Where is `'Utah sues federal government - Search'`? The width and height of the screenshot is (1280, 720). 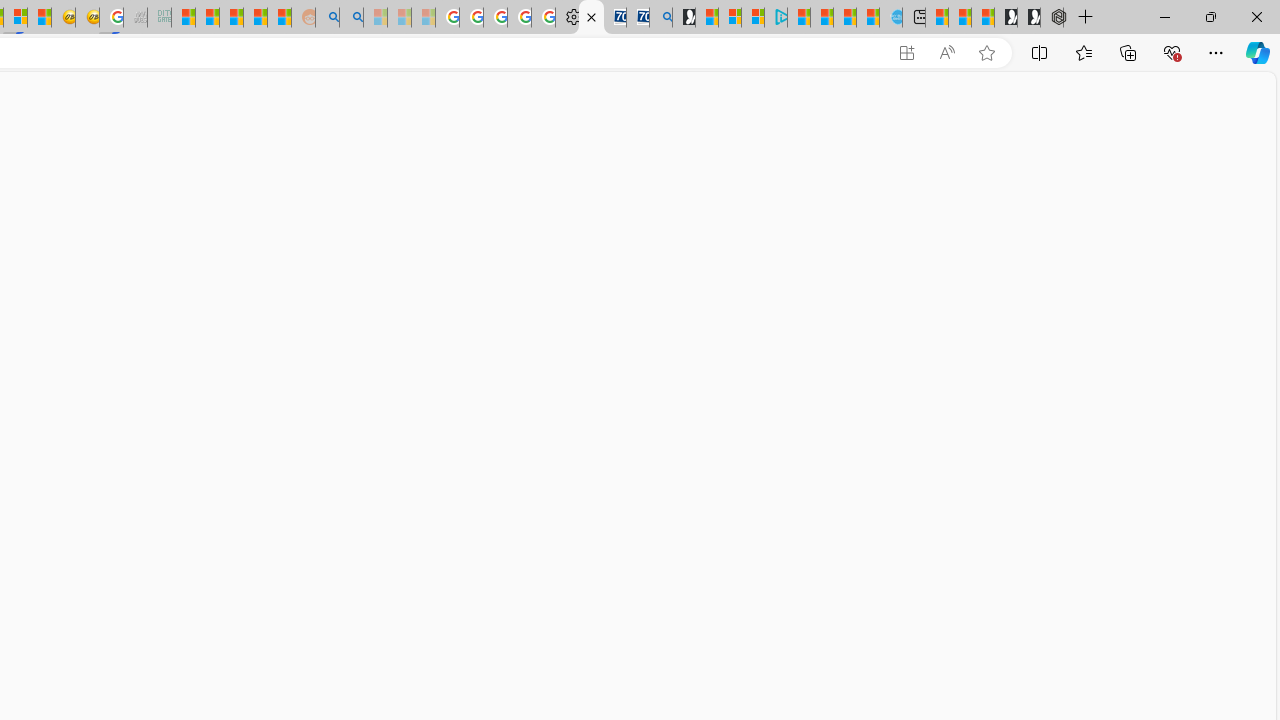
'Utah sues federal government - Search' is located at coordinates (352, 17).